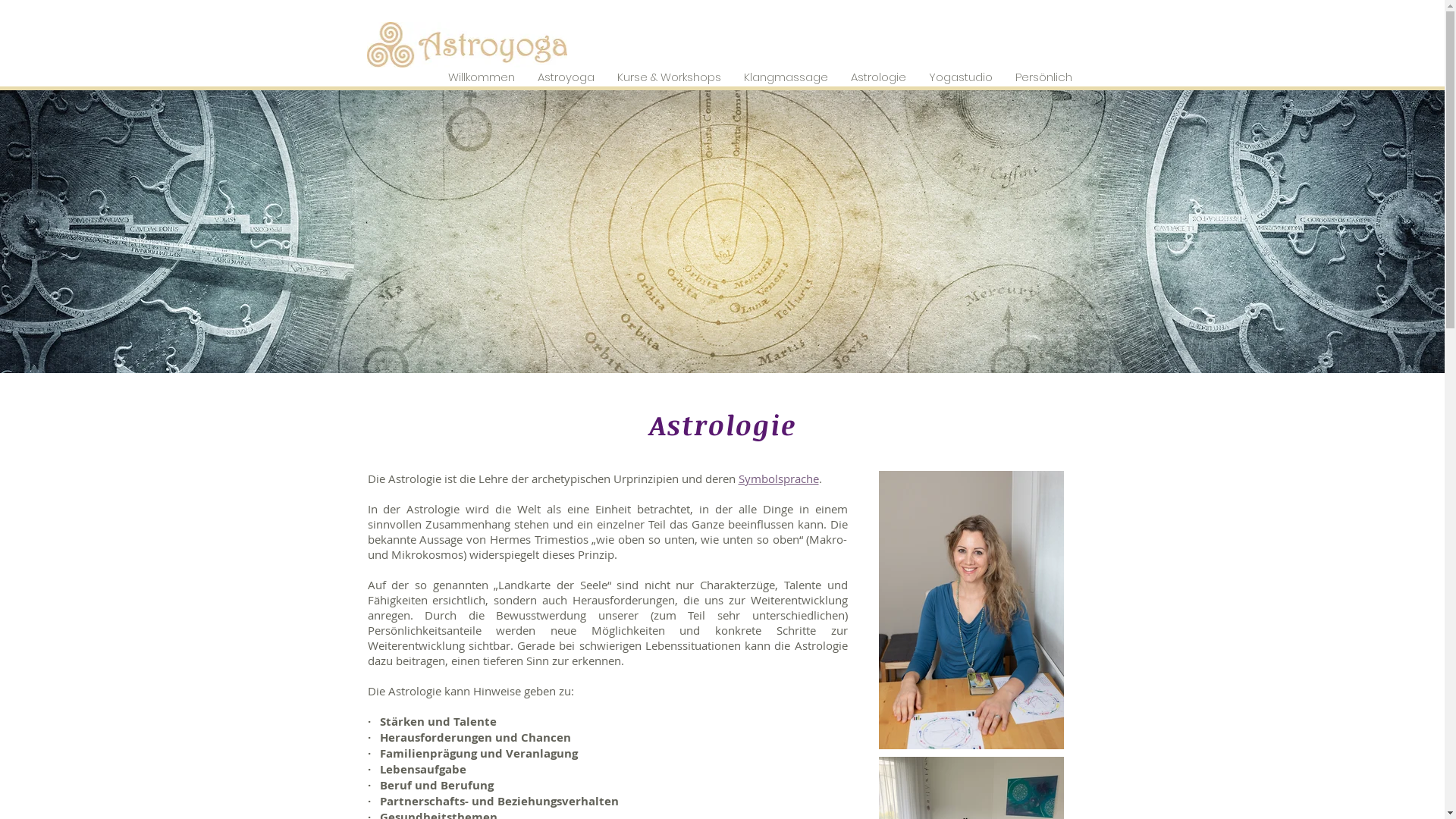 Image resolution: width=1456 pixels, height=819 pixels. Describe the element at coordinates (779, 479) in the screenshot. I see `'Symbolsprache'` at that location.